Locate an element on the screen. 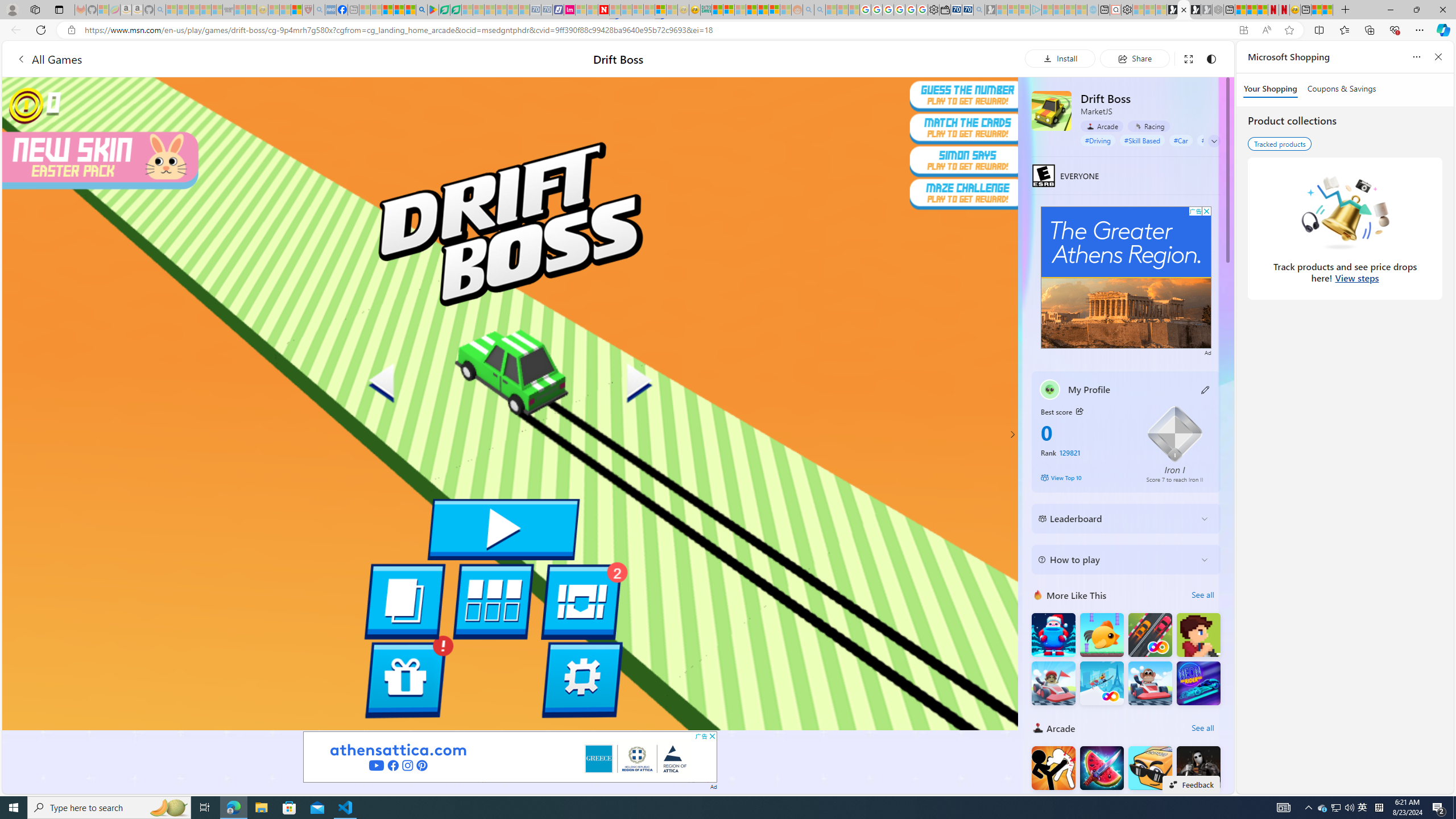  'Copilot (Ctrl+Shift+.)' is located at coordinates (1442, 29).